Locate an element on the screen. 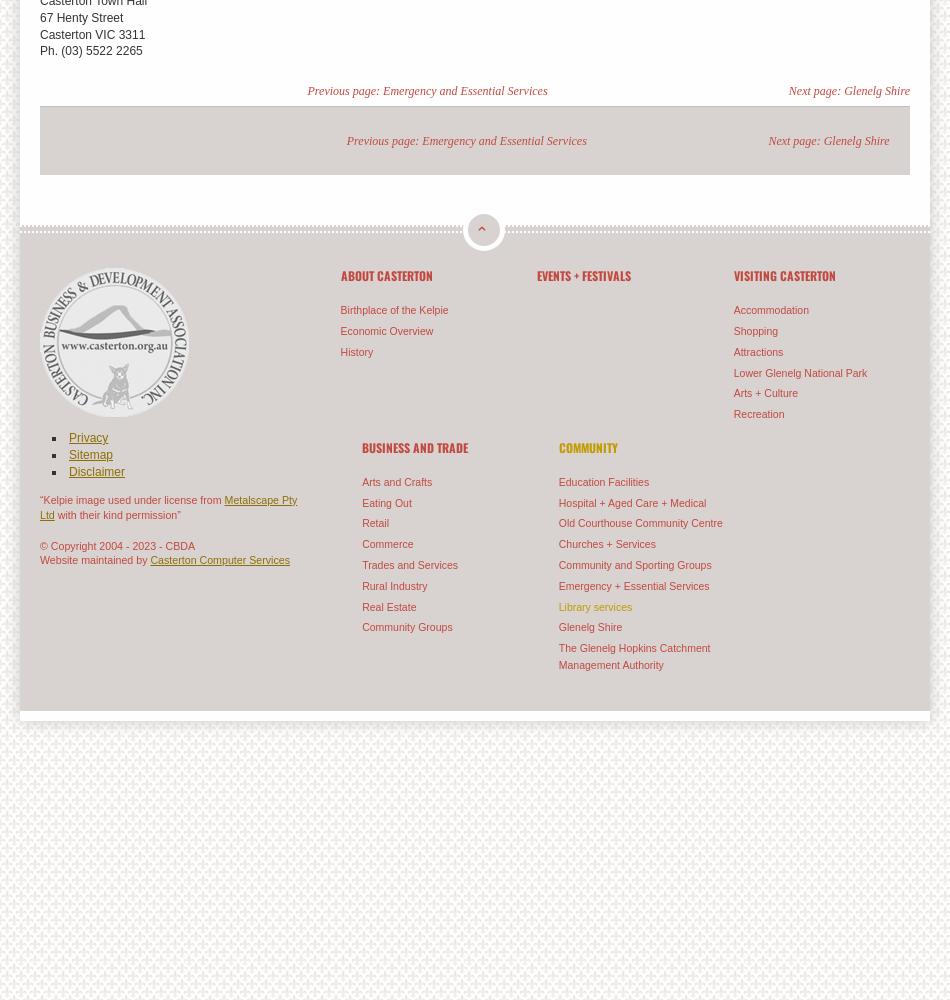  'with their kind permission”' is located at coordinates (117, 514).